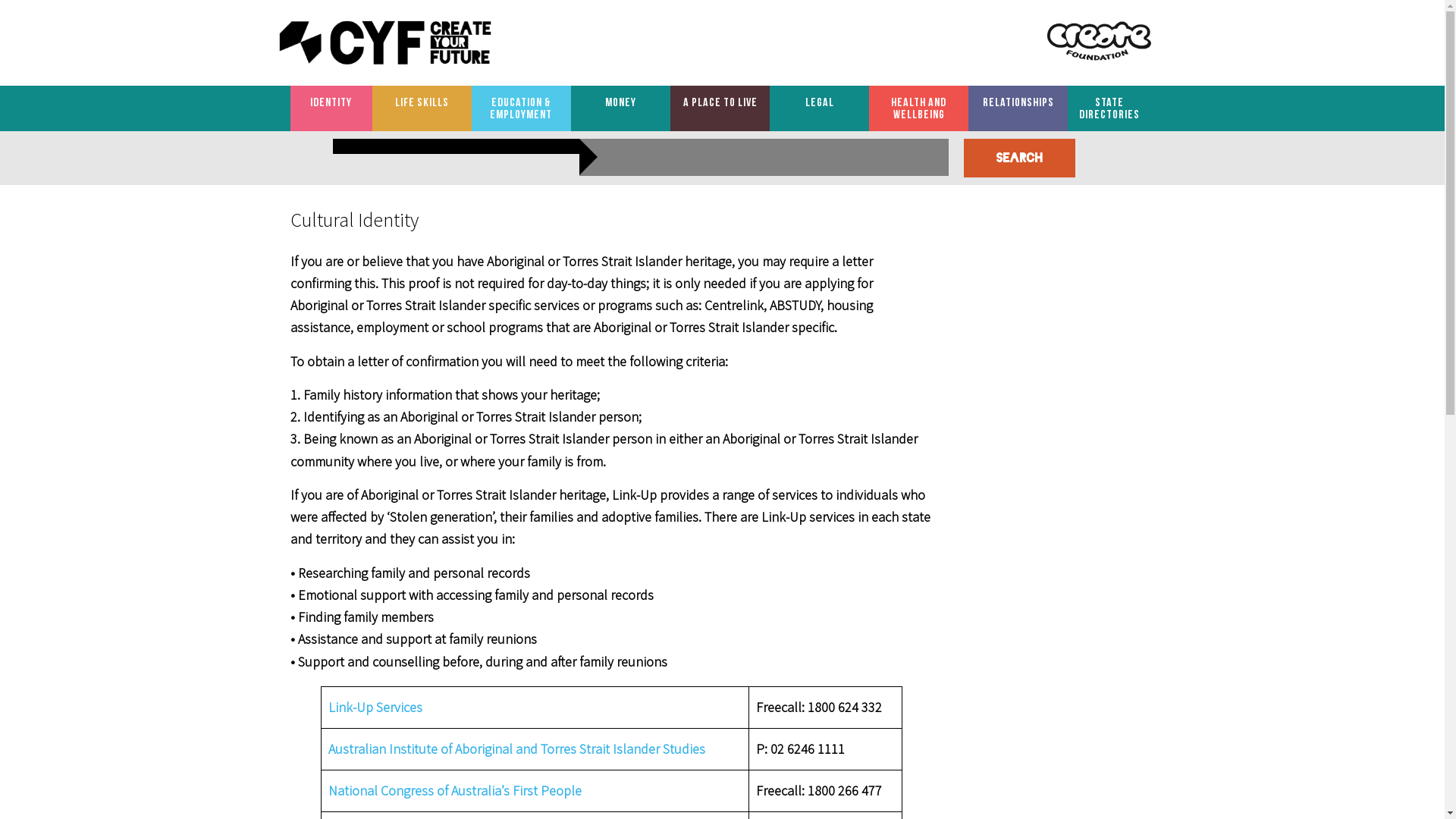 The height and width of the screenshot is (819, 1456). Describe the element at coordinates (719, 102) in the screenshot. I see `'A PLACE TO LIVE'` at that location.